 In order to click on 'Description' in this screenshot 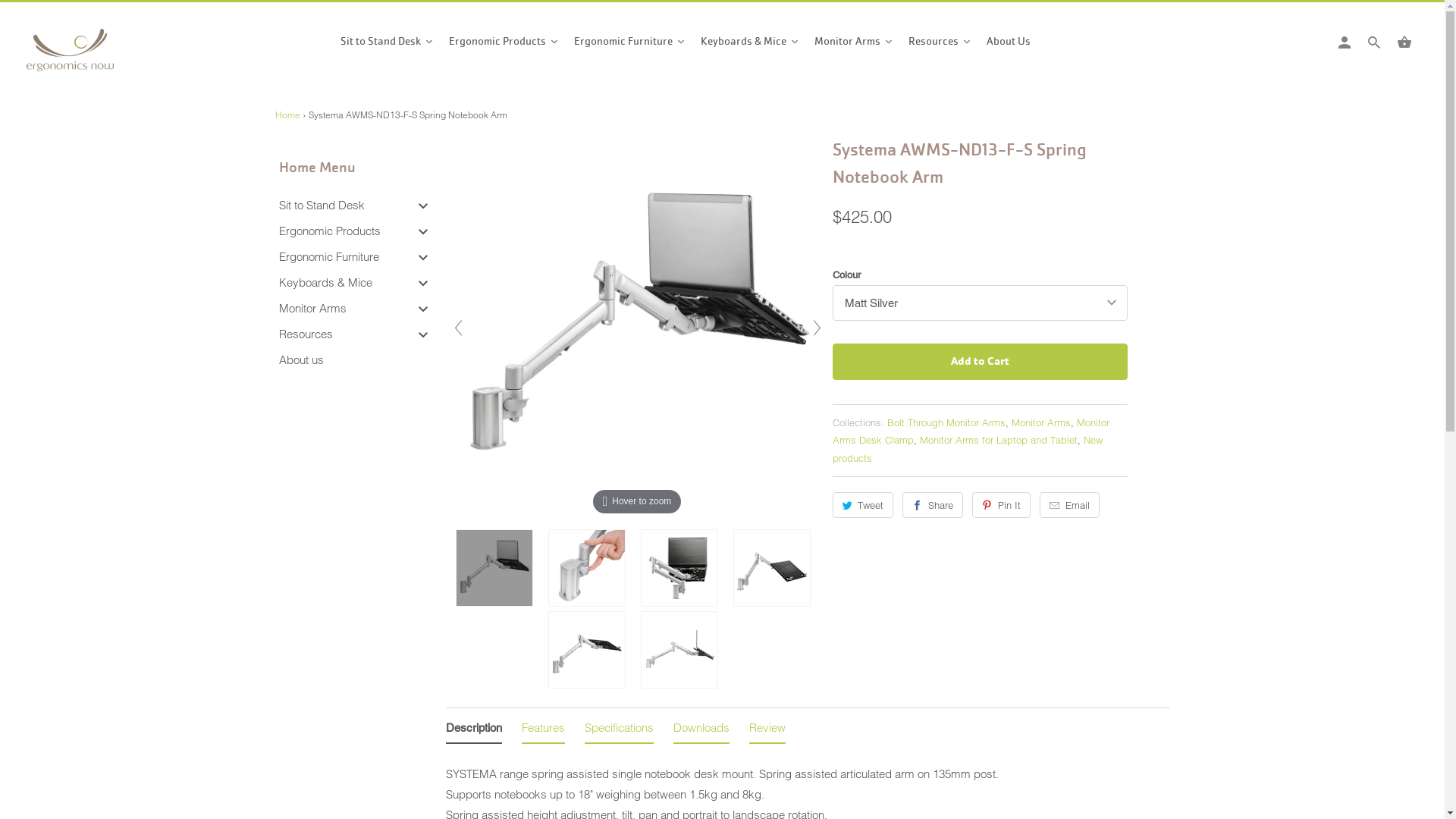, I will do `click(472, 730)`.